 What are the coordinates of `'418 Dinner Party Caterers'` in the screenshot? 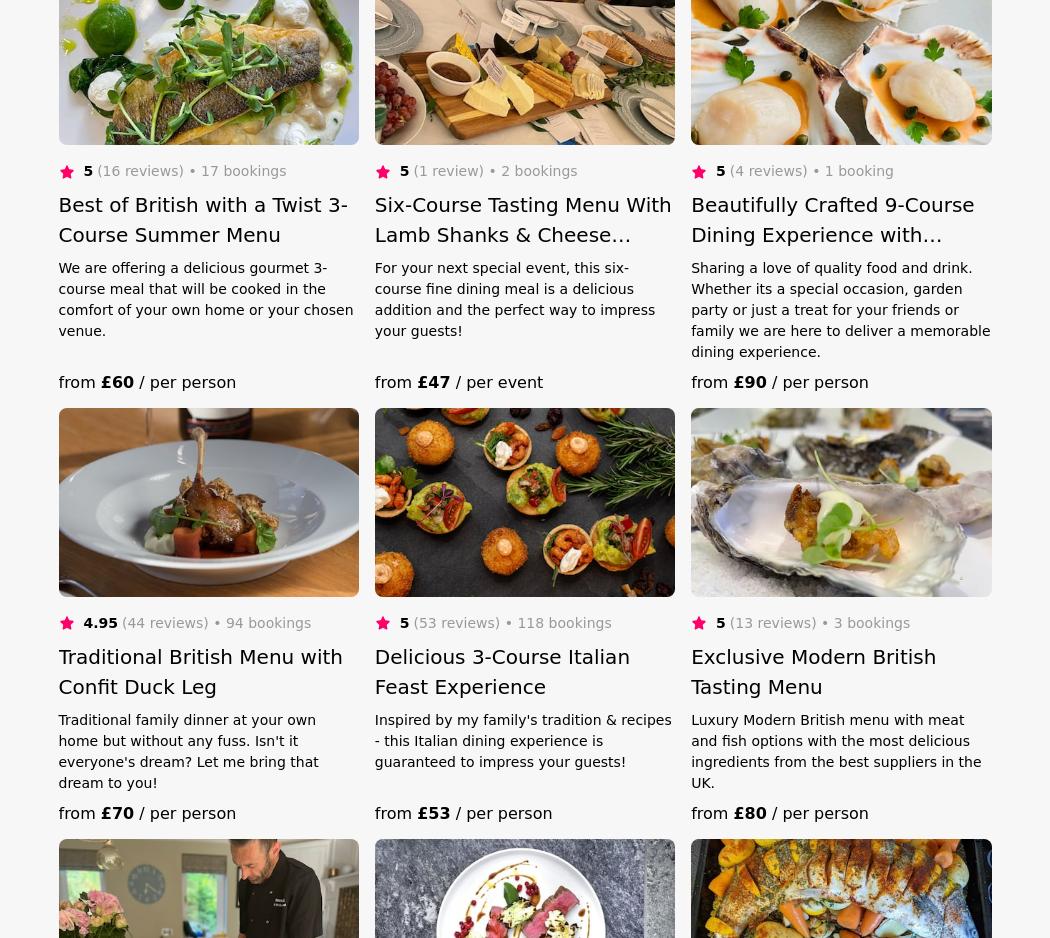 It's located at (175, 15).